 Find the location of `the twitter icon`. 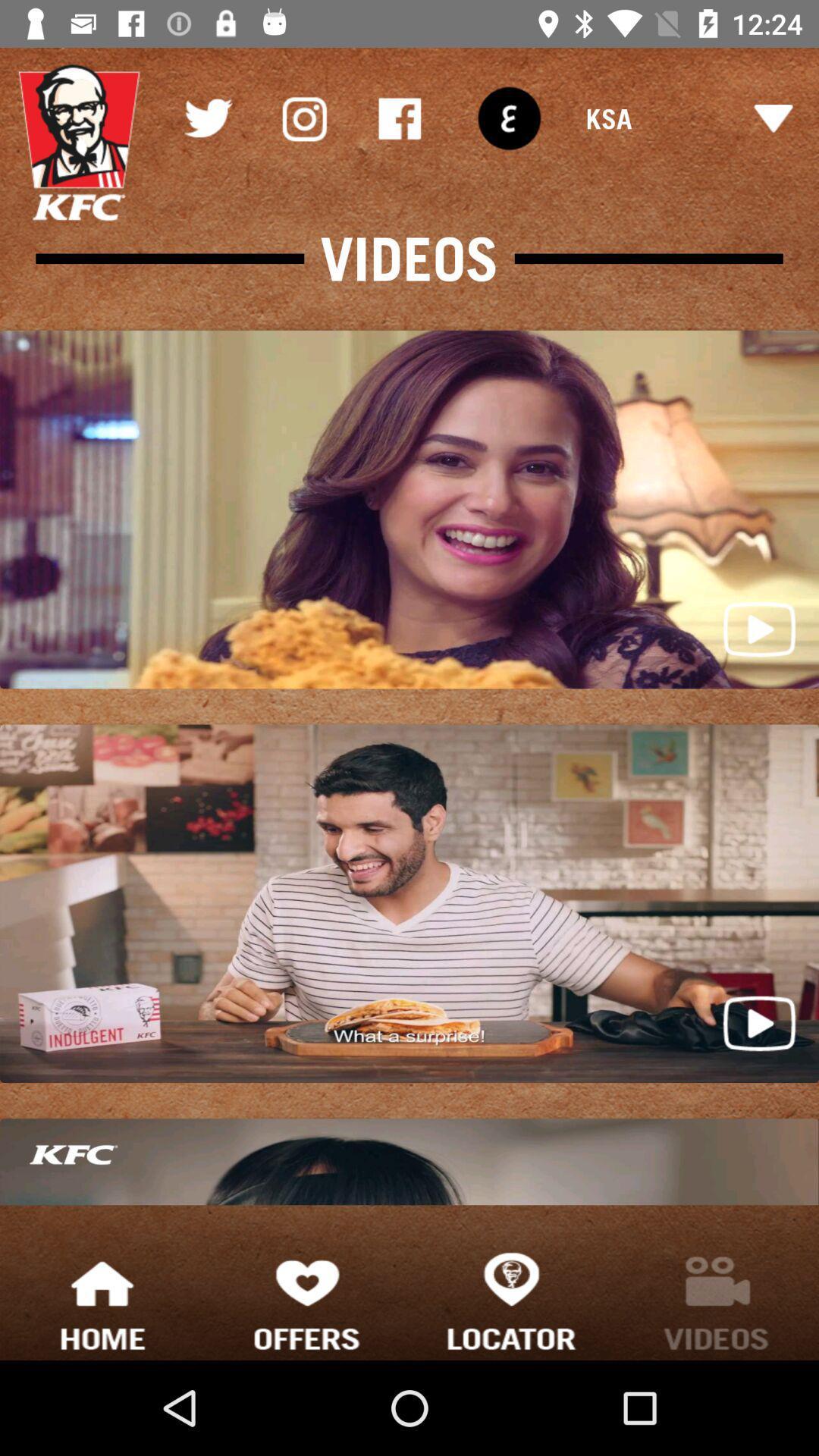

the twitter icon is located at coordinates (207, 118).